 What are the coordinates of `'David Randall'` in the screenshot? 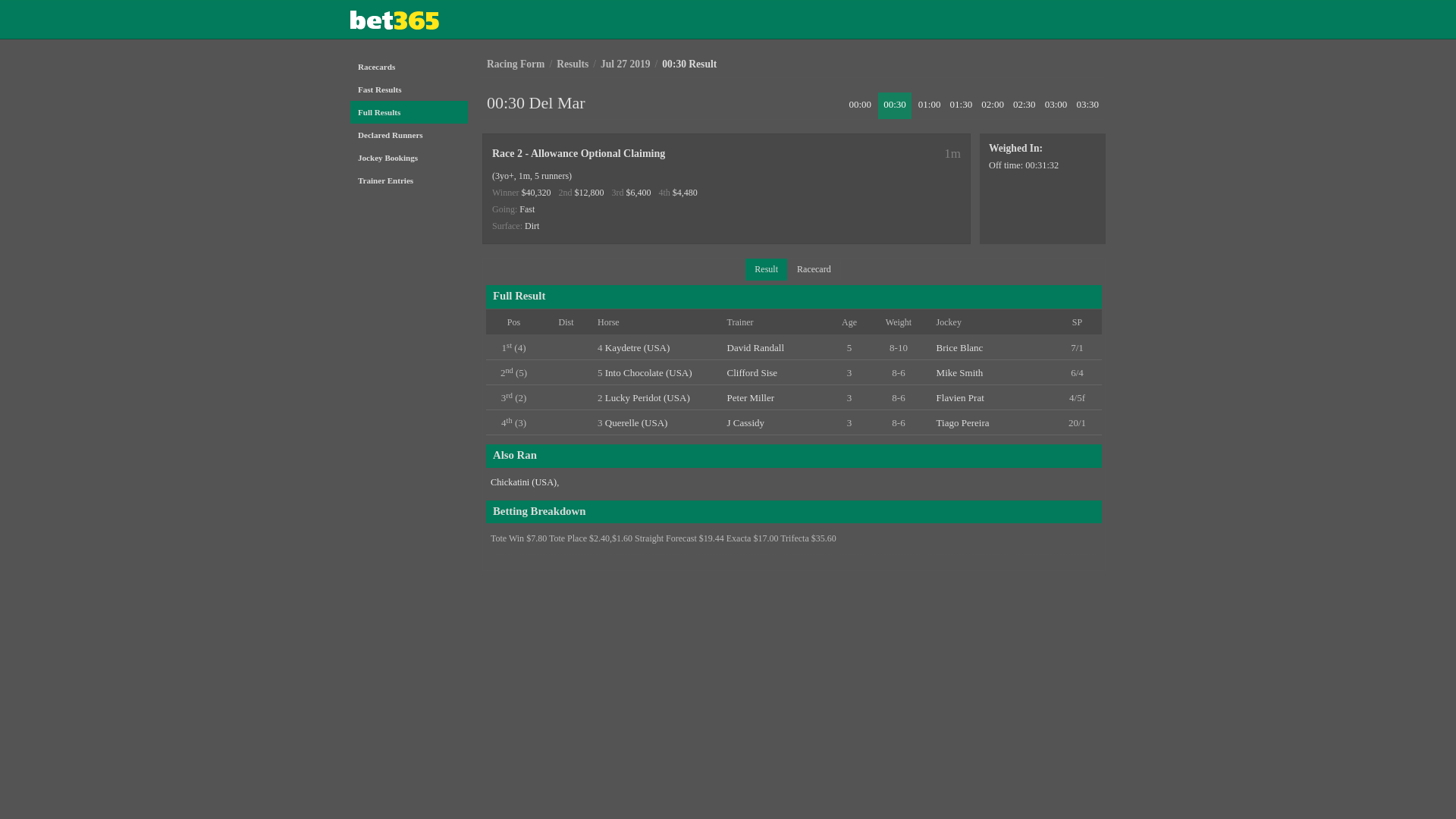 It's located at (726, 347).